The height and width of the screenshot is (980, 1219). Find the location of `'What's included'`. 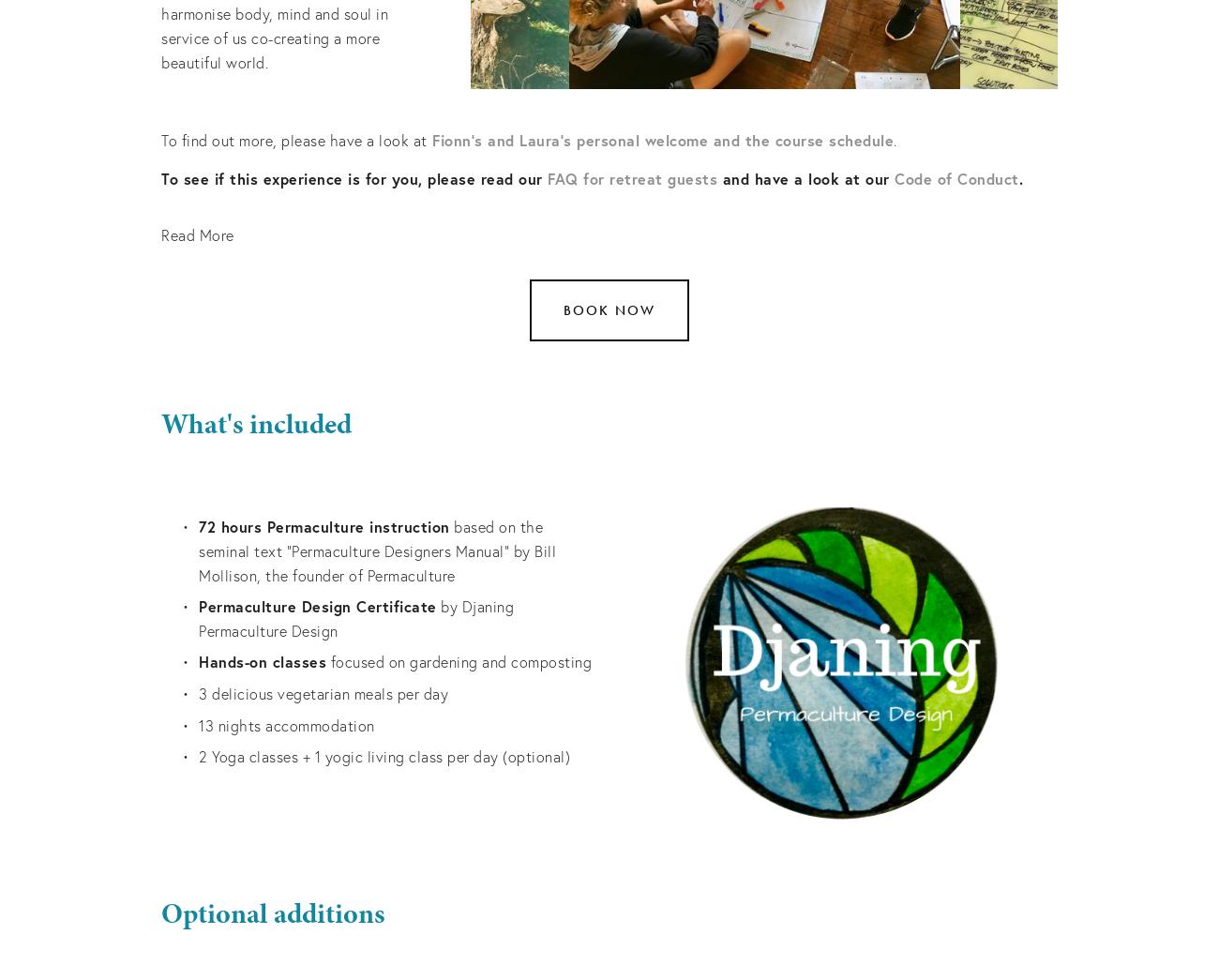

'What's included' is located at coordinates (160, 423).